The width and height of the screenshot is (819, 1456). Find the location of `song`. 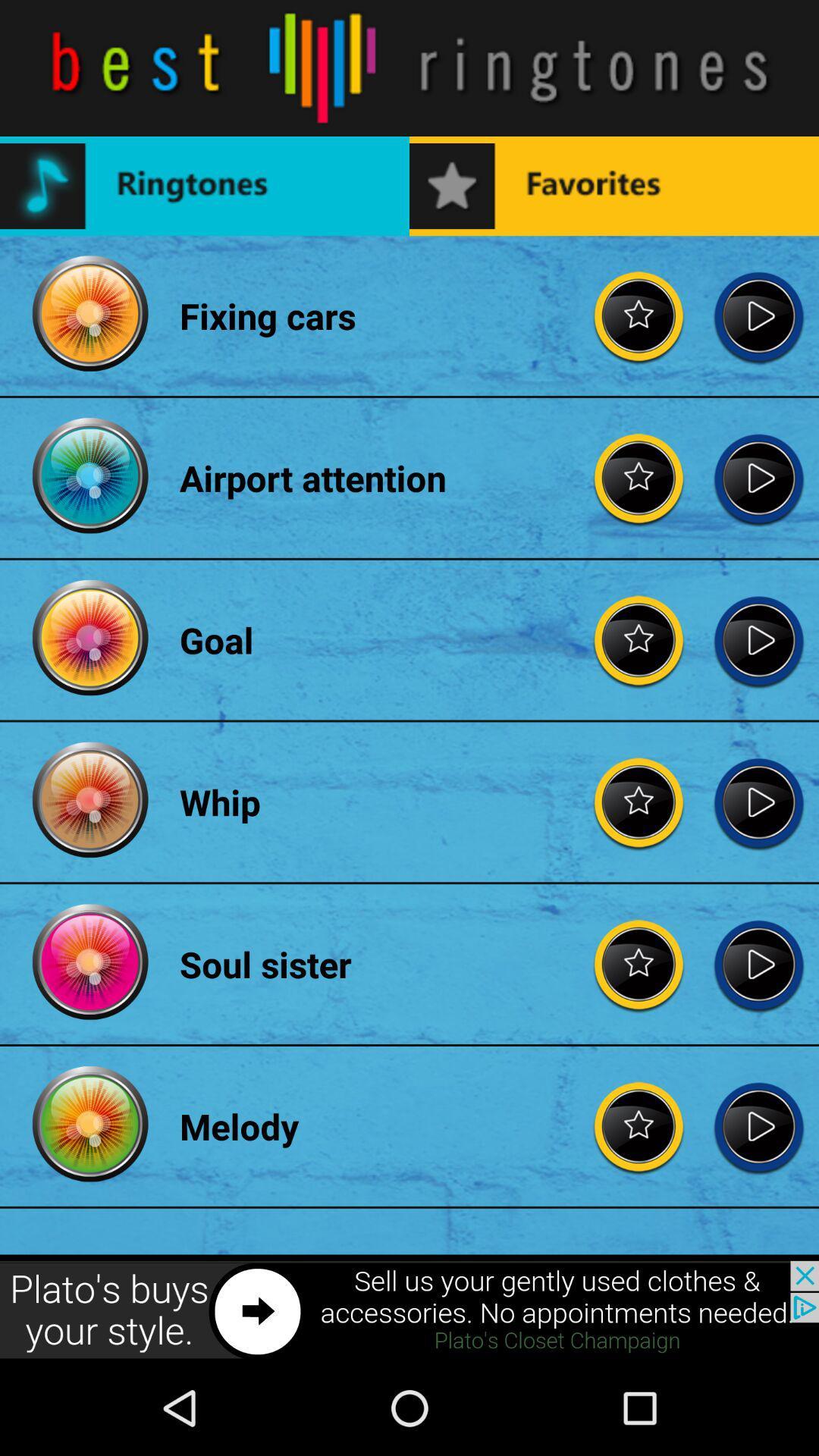

song is located at coordinates (758, 801).